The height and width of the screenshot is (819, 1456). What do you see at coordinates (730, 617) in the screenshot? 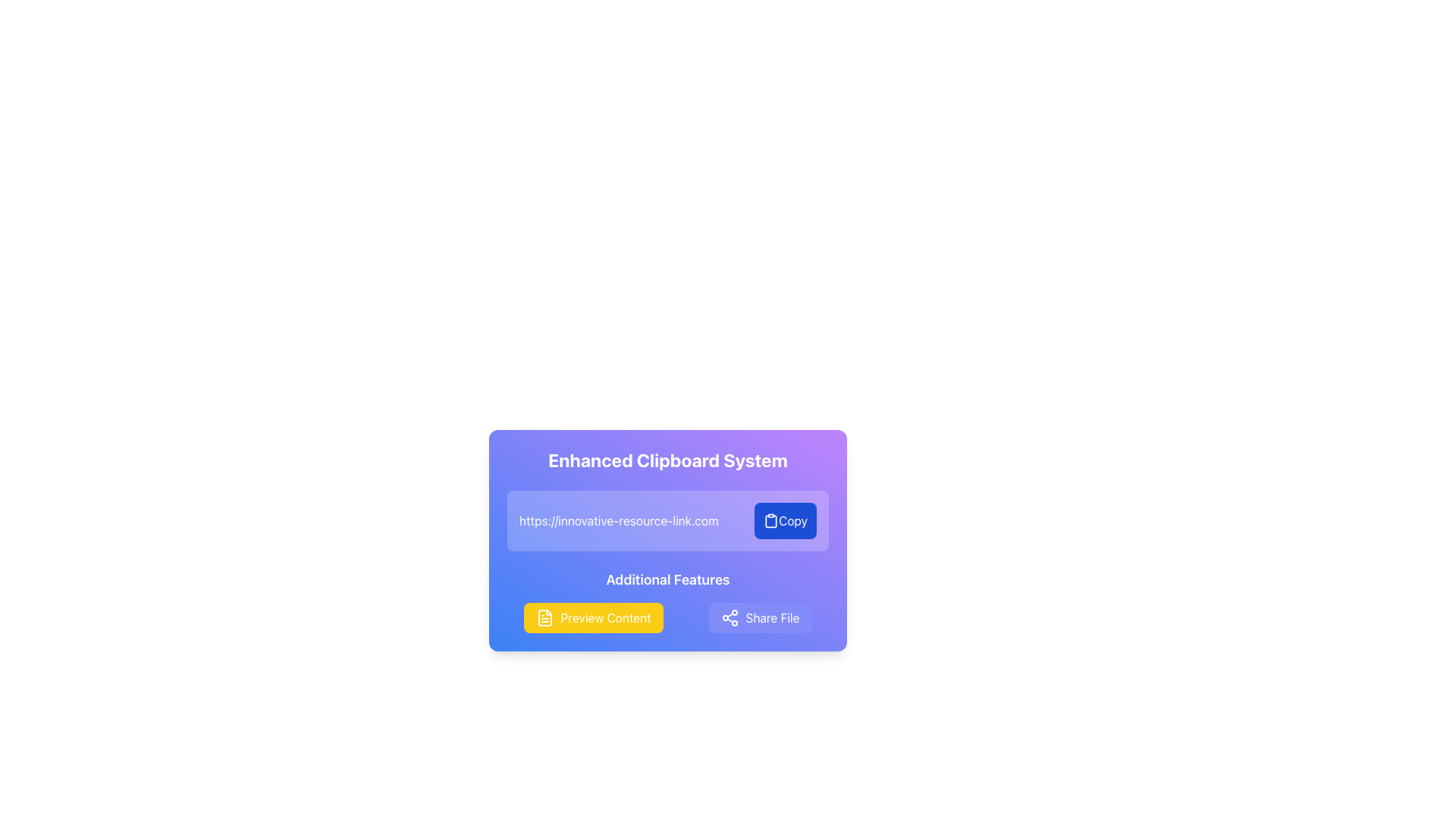
I see `the small circular share icon, which is white on a light purple background, located at the bottom-right of the 'Additional Features' section next to the 'Preview Content' button` at bounding box center [730, 617].